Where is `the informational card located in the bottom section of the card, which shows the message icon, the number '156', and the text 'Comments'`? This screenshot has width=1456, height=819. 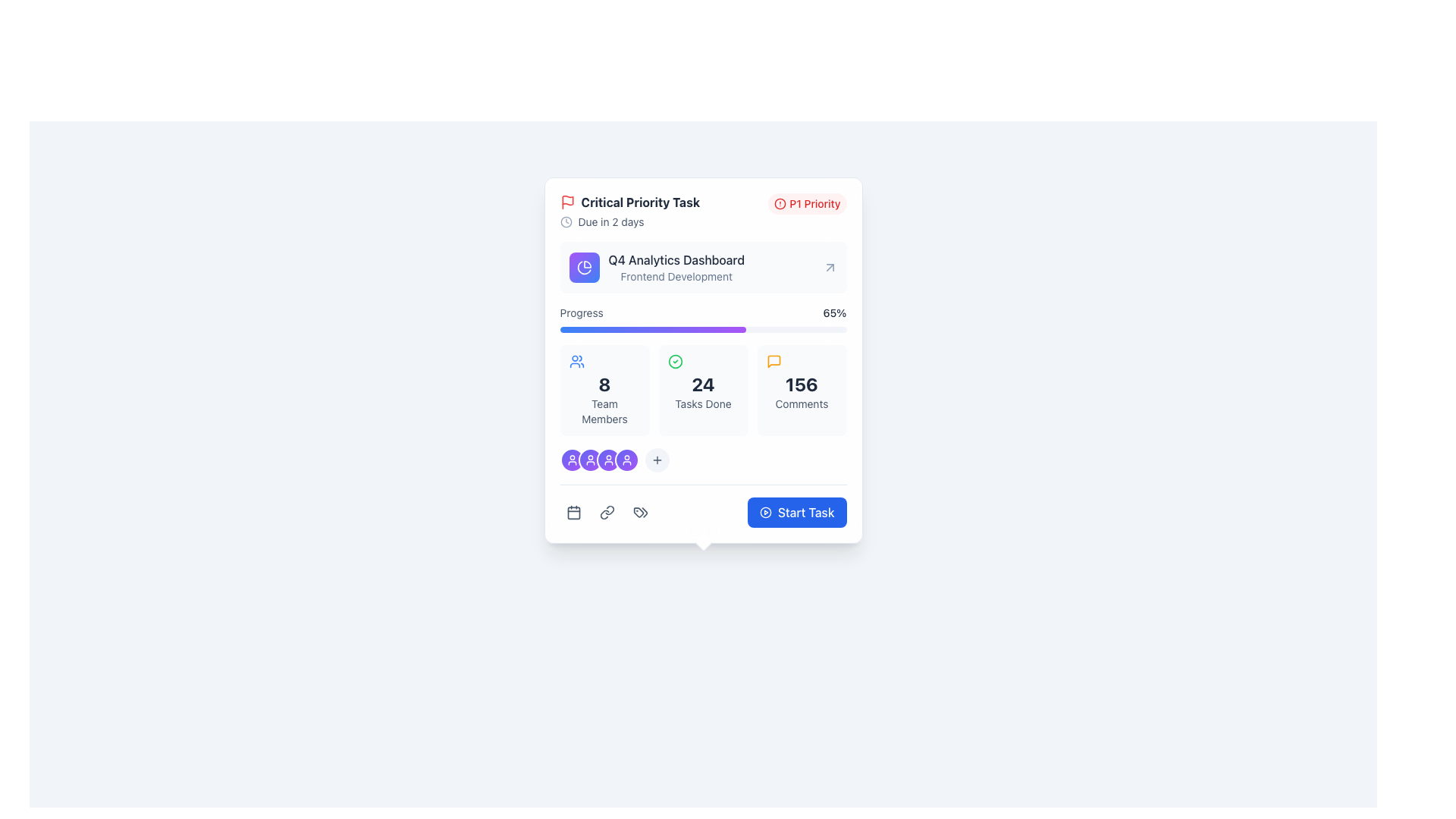 the informational card located in the bottom section of the card, which shows the message icon, the number '156', and the text 'Comments' is located at coordinates (801, 390).